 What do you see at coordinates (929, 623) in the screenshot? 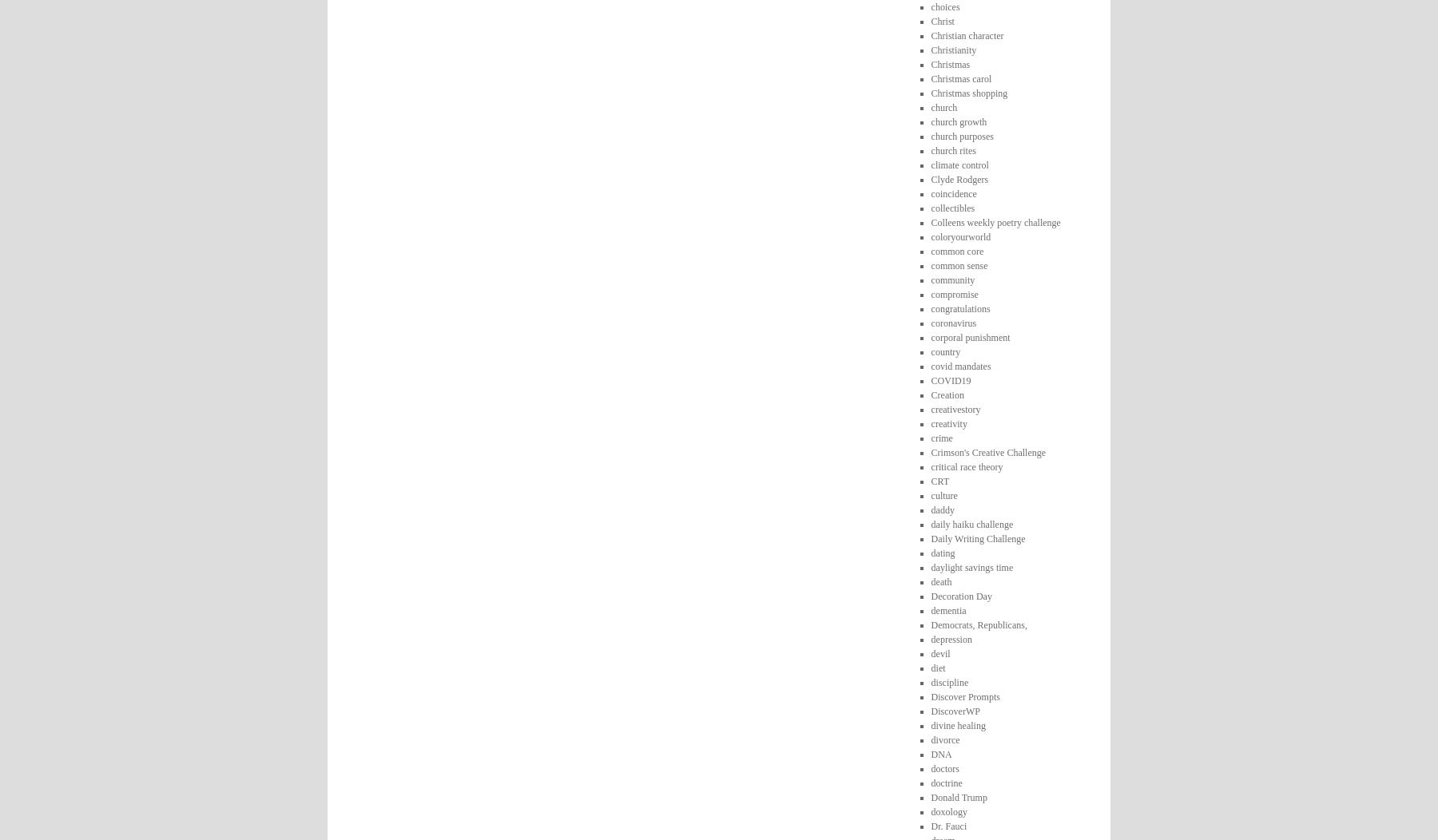
I see `'Democrats, Republicans,'` at bounding box center [929, 623].